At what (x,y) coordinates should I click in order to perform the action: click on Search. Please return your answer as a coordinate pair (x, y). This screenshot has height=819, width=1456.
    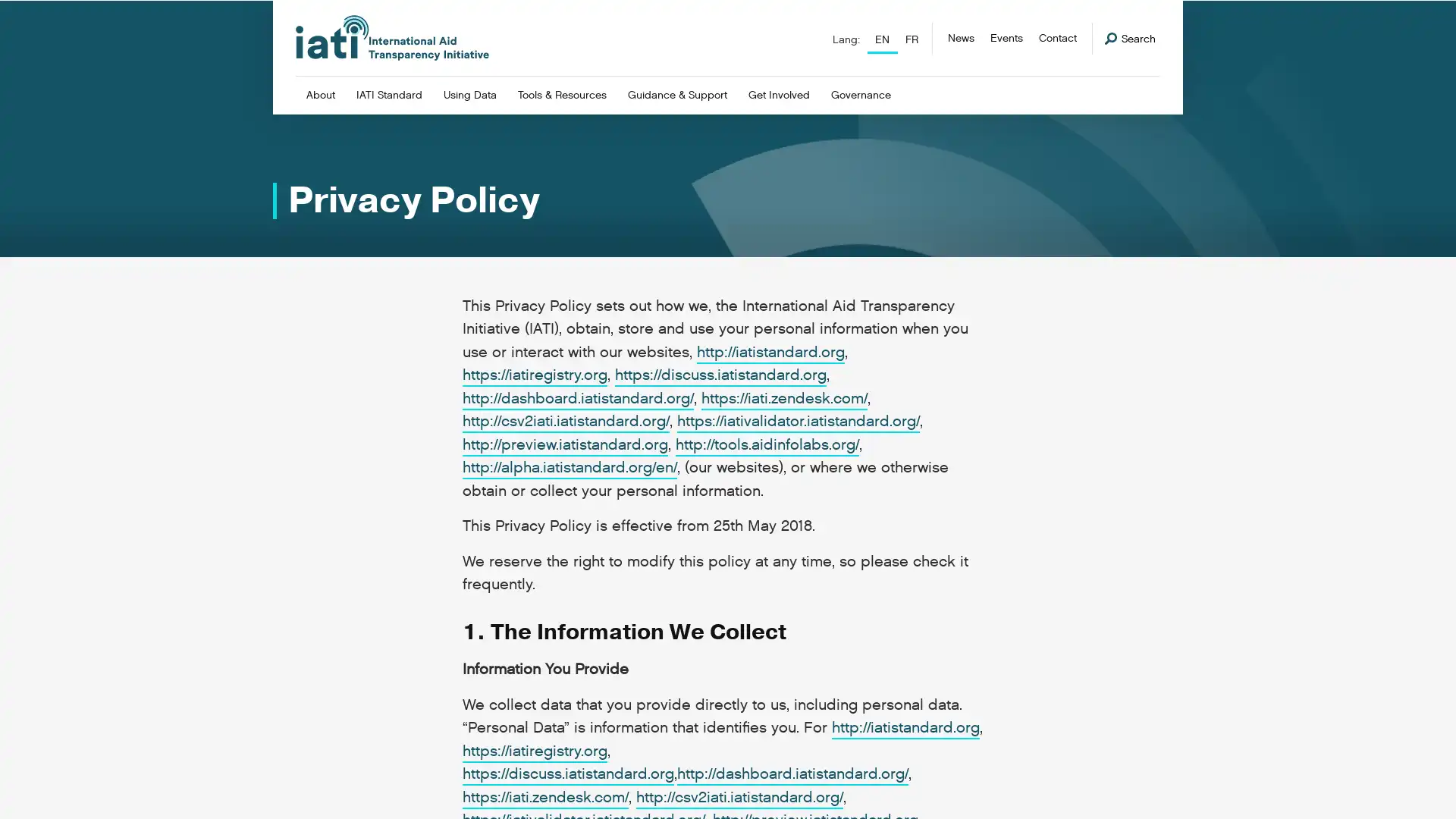
    Looking at the image, I should click on (1130, 38).